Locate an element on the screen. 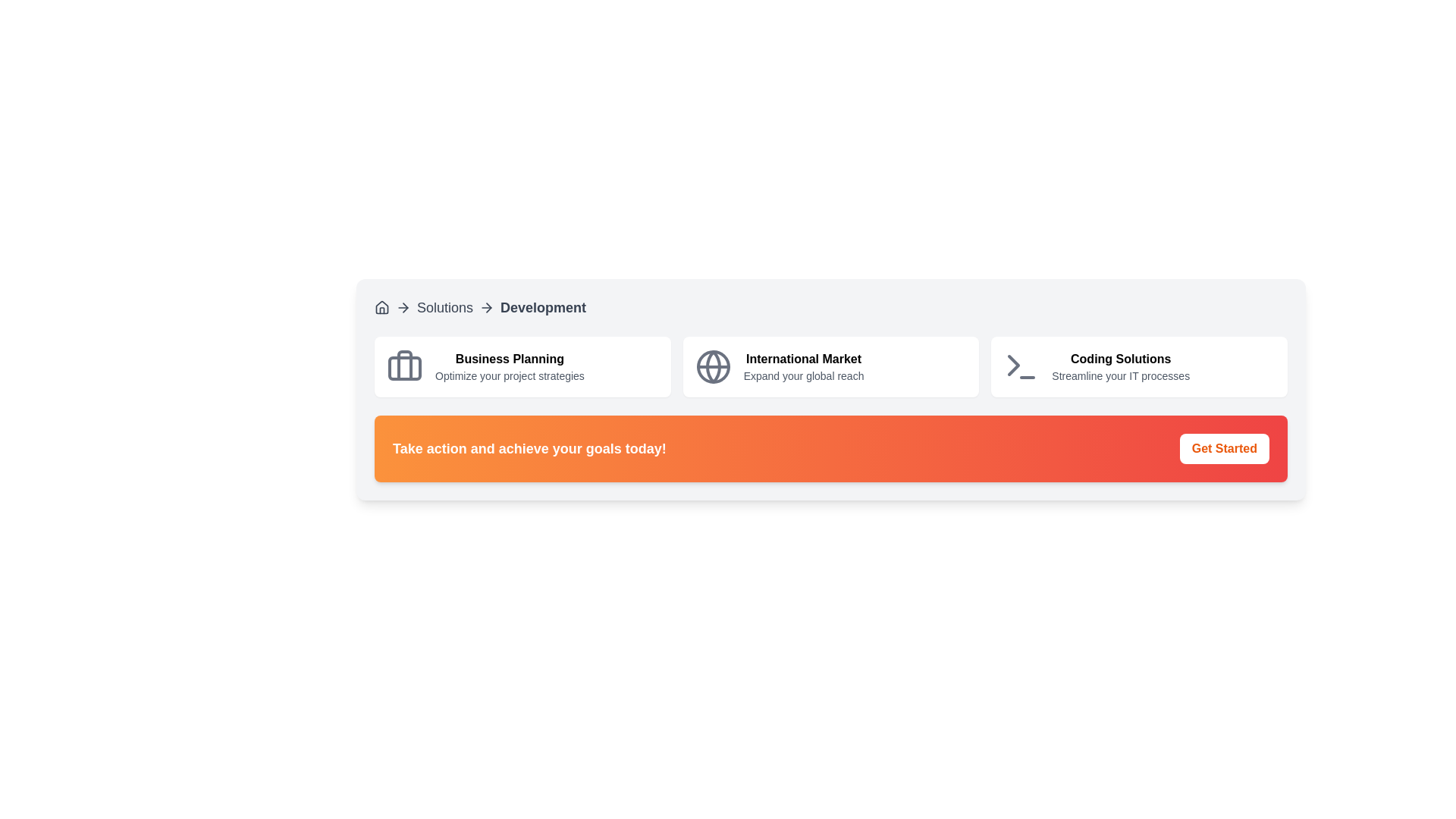  the text element that reads 'International Market' is located at coordinates (803, 366).